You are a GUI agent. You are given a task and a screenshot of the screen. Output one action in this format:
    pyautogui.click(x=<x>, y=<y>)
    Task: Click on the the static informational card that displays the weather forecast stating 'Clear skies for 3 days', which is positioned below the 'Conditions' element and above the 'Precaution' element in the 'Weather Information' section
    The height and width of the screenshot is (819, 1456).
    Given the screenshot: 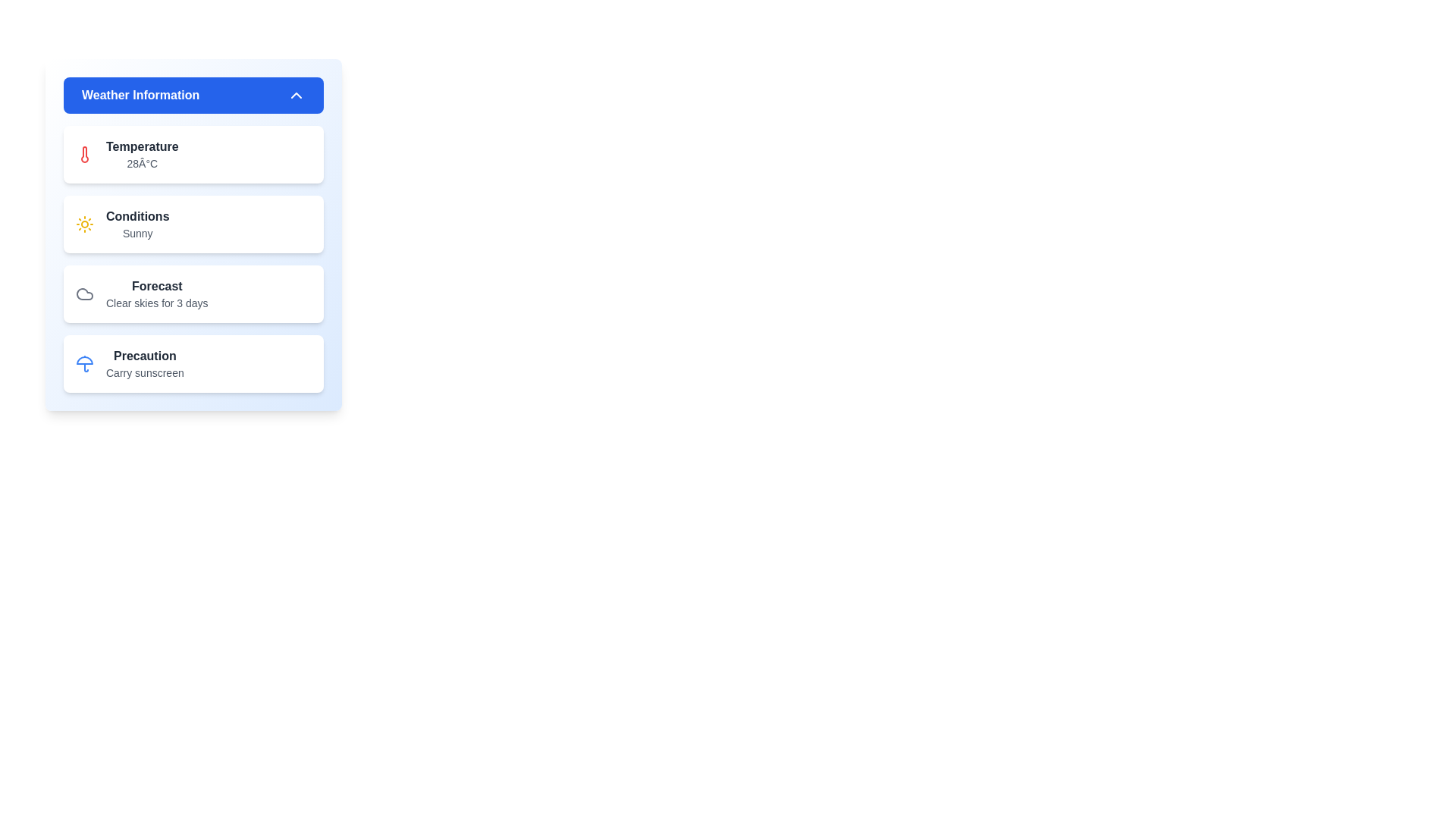 What is the action you would take?
    pyautogui.click(x=193, y=294)
    